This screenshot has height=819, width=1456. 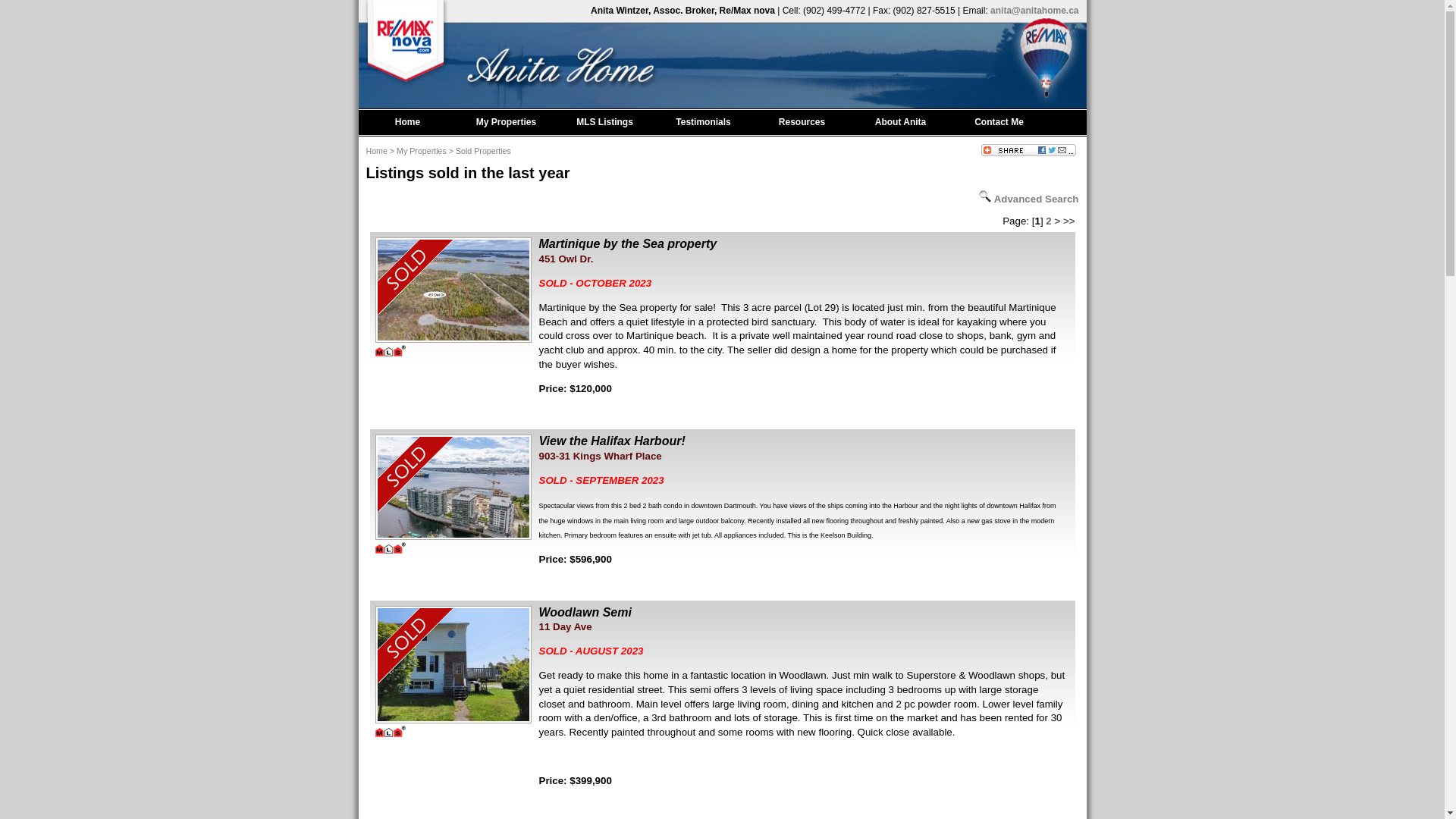 What do you see at coordinates (407, 121) in the screenshot?
I see `'Home'` at bounding box center [407, 121].